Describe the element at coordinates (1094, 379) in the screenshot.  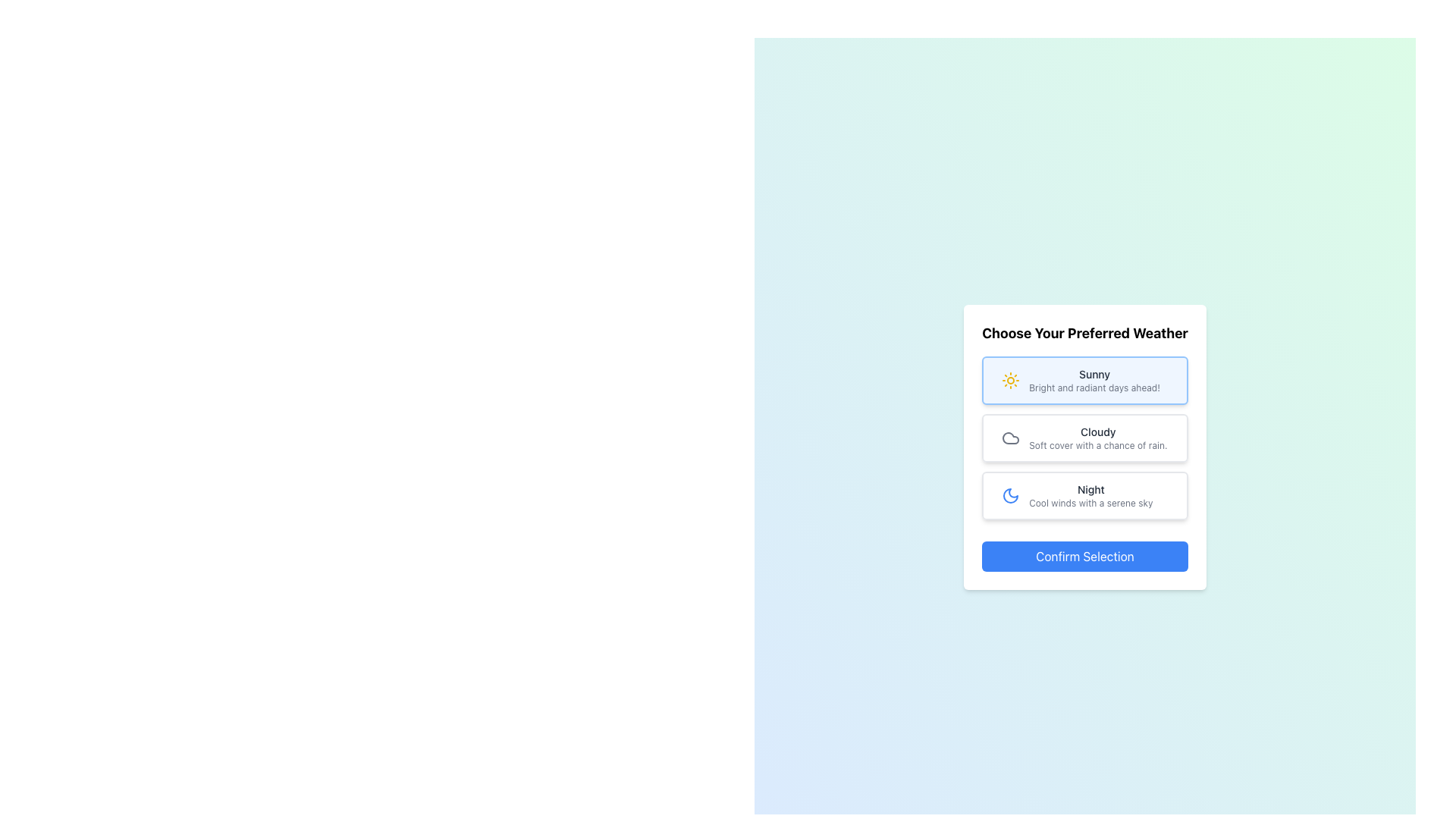
I see `the descriptive text for the 'Sunny' weather option to trigger a tooltip or highlight effect` at that location.